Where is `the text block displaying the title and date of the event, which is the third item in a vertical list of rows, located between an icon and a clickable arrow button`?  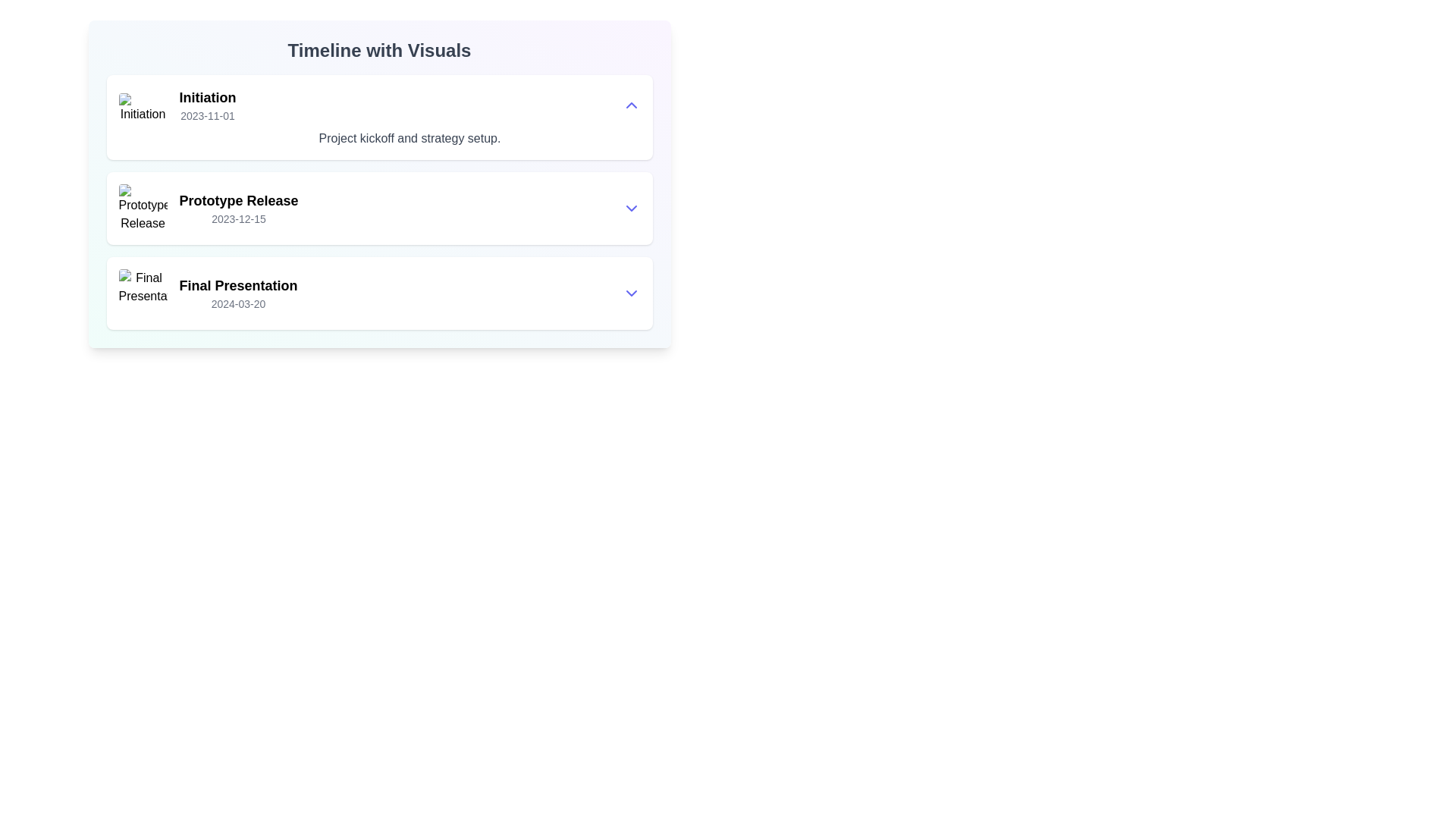 the text block displaying the title and date of the event, which is the third item in a vertical list of rows, located between an icon and a clickable arrow button is located at coordinates (237, 293).